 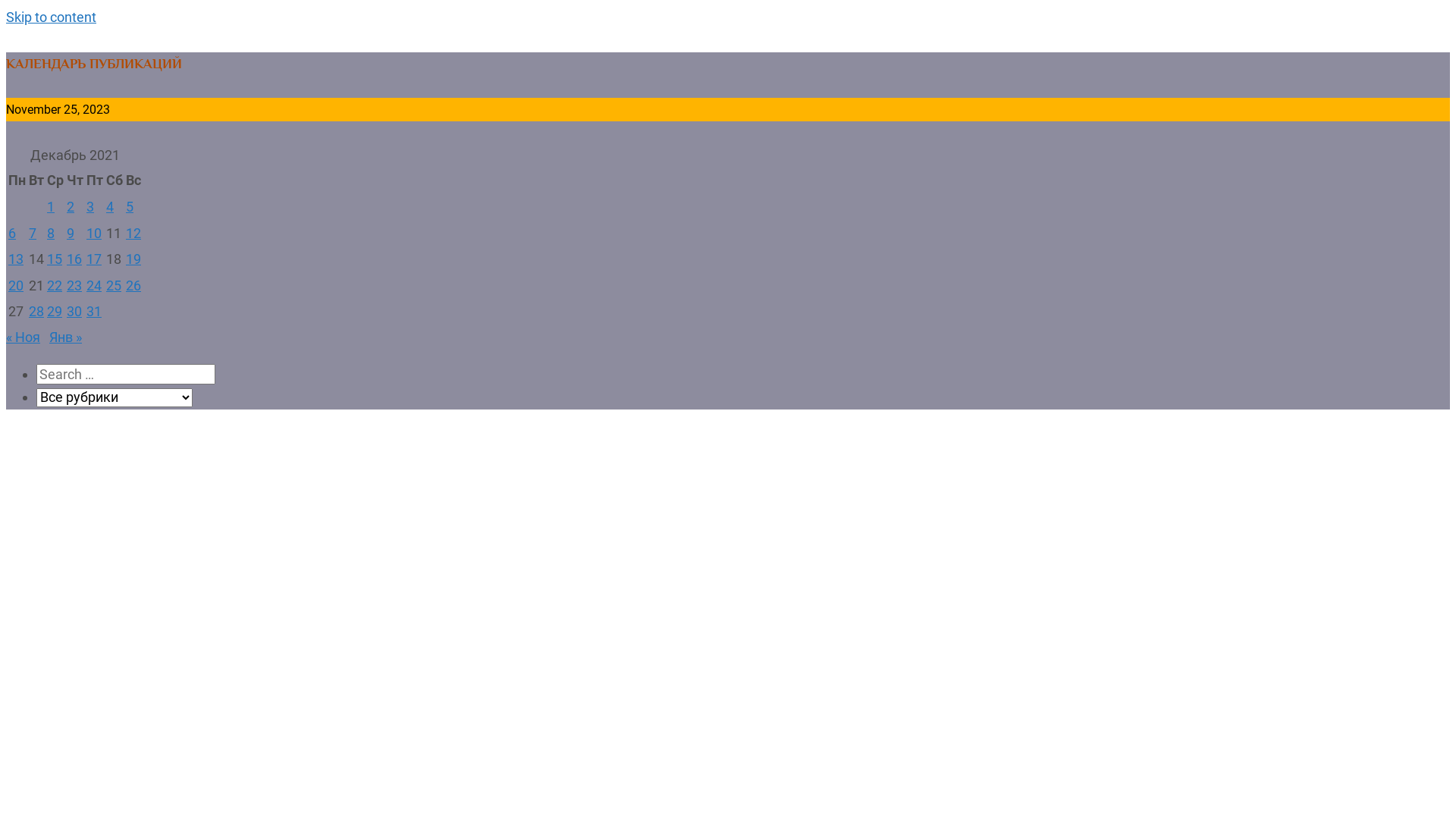 I want to click on '6', so click(x=11, y=233).